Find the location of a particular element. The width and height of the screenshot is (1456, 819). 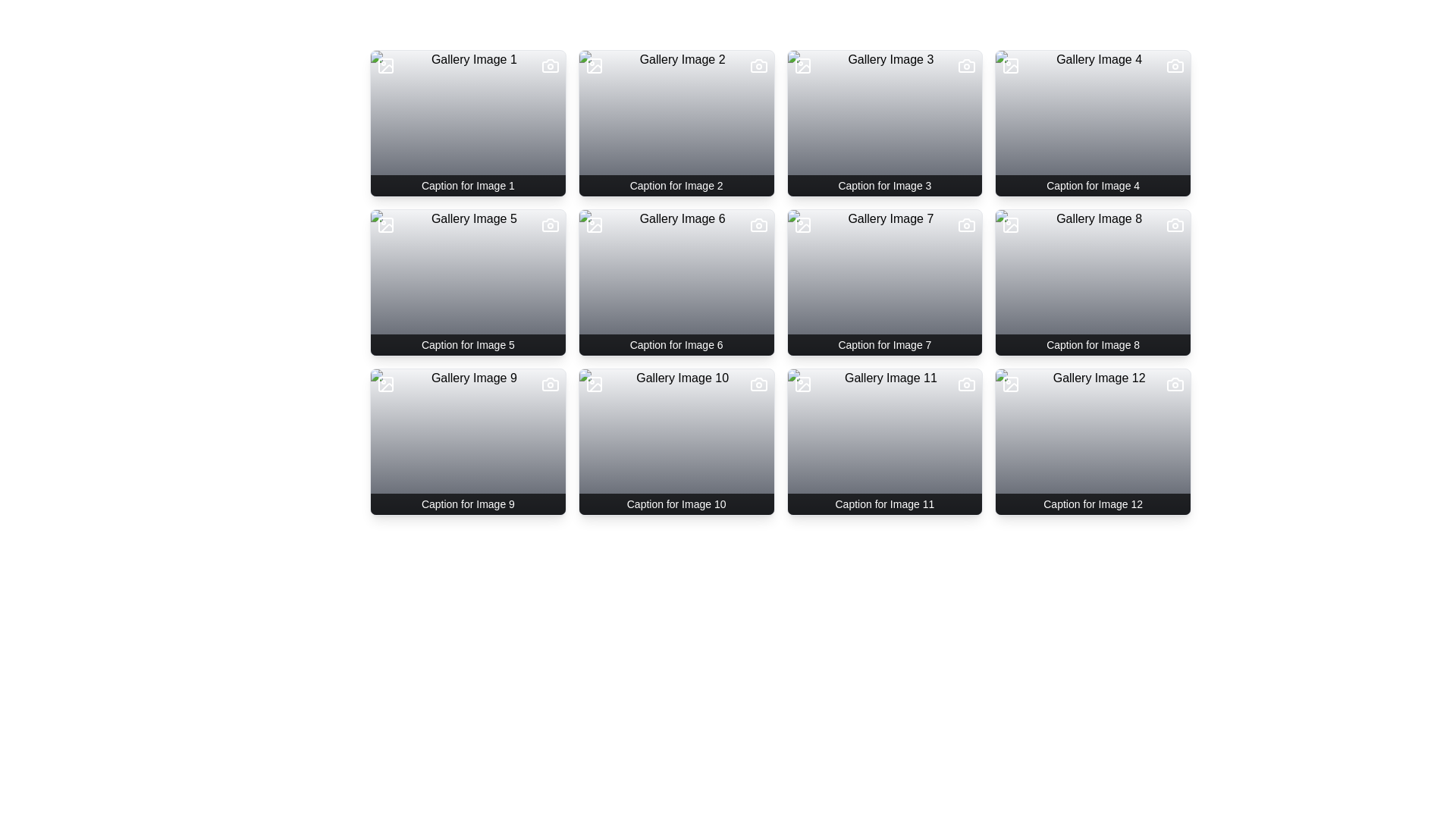

the small grayscale image icon located at the top-left corner of the card labeled 'Caption for Image 6', which is in the second row, second column of the grid layout is located at coordinates (593, 225).